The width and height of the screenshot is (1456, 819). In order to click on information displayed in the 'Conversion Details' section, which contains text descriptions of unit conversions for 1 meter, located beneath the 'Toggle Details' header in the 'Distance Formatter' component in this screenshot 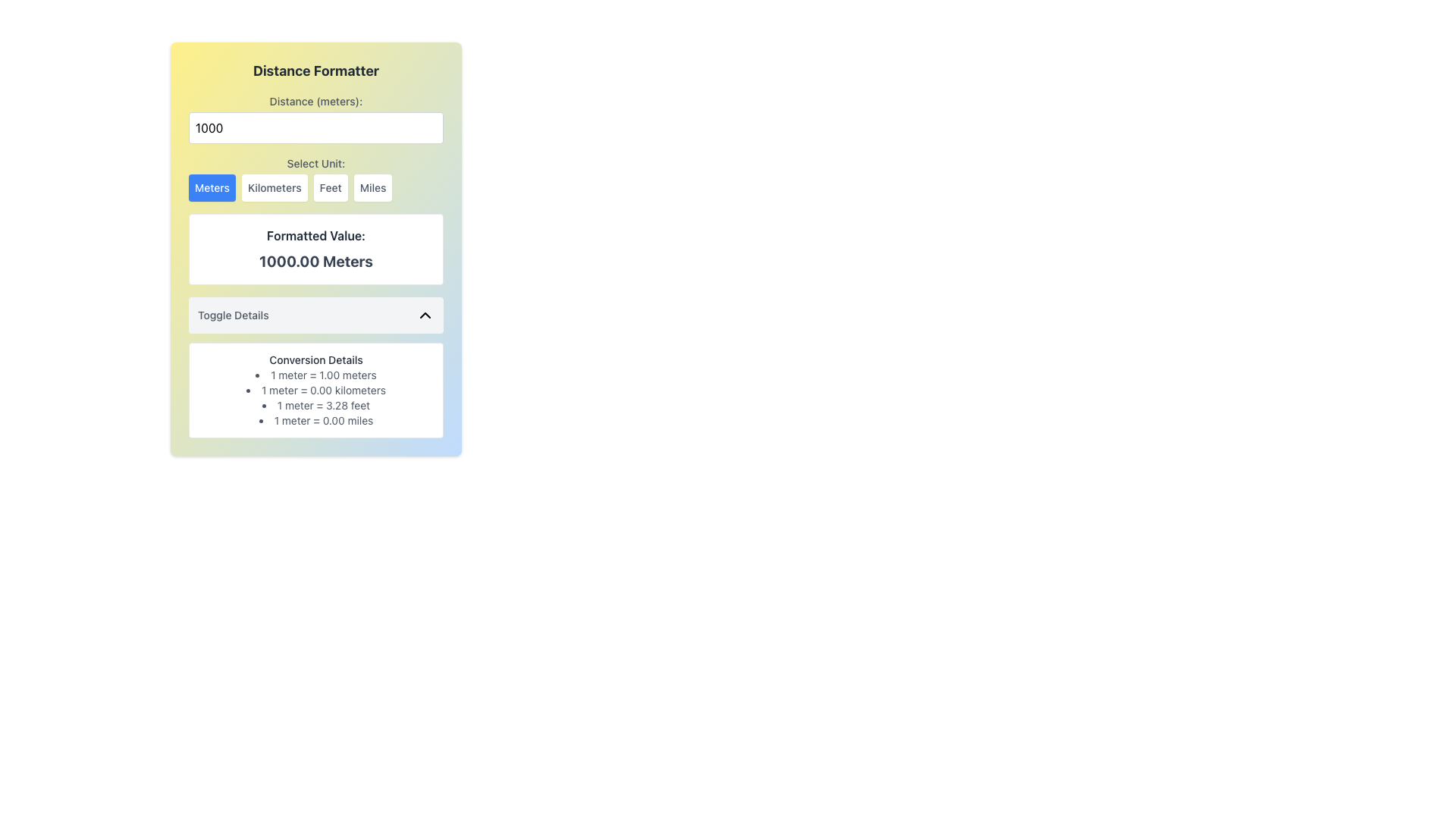, I will do `click(315, 368)`.